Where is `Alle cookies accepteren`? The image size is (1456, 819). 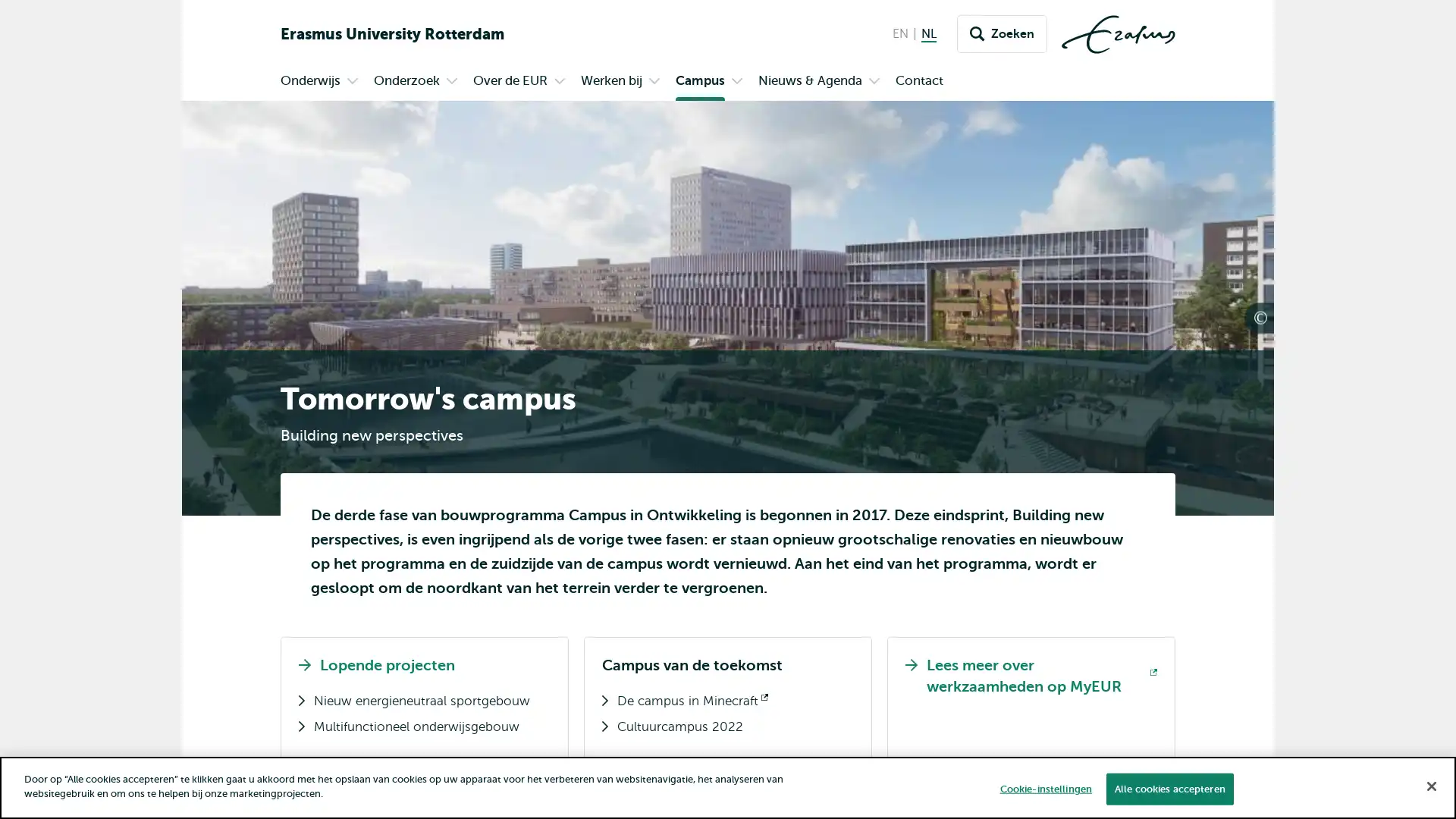 Alle cookies accepteren is located at coordinates (1168, 788).